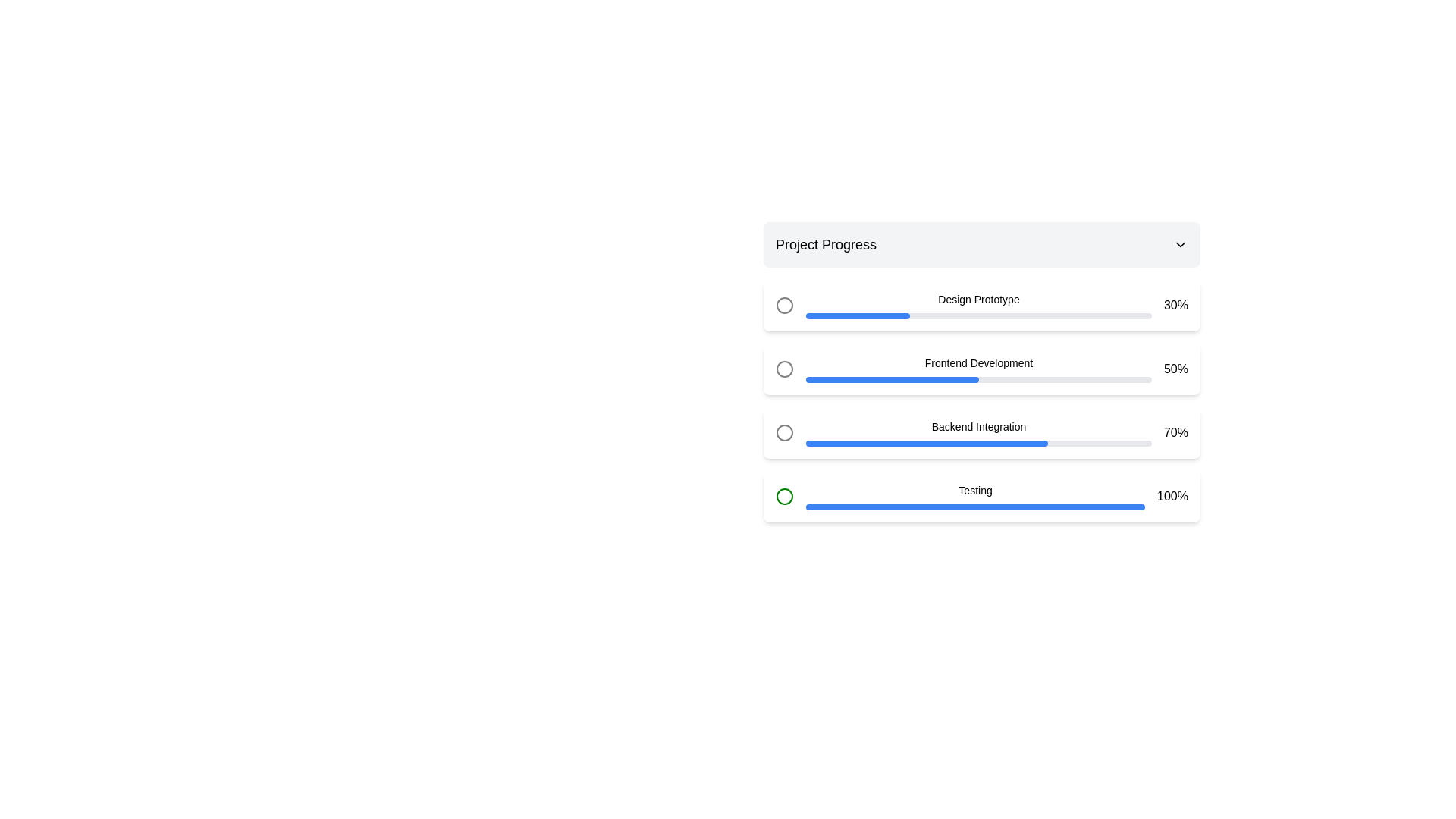 This screenshot has width=1456, height=819. Describe the element at coordinates (979, 379) in the screenshot. I see `the gray background bar of the progress indicator in the second row of the vertical list for 'Frontend Development'` at that location.